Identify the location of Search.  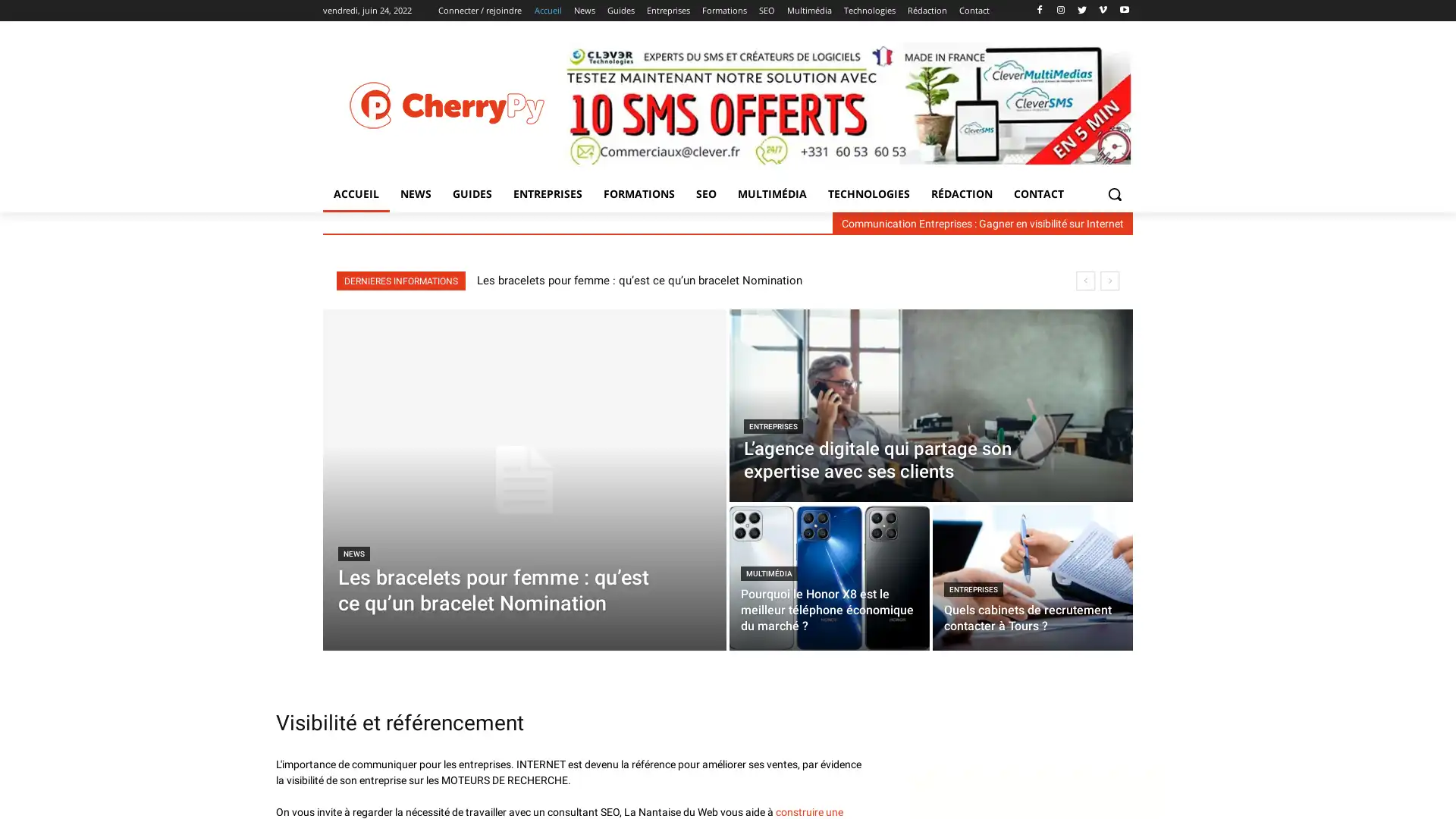
(1114, 193).